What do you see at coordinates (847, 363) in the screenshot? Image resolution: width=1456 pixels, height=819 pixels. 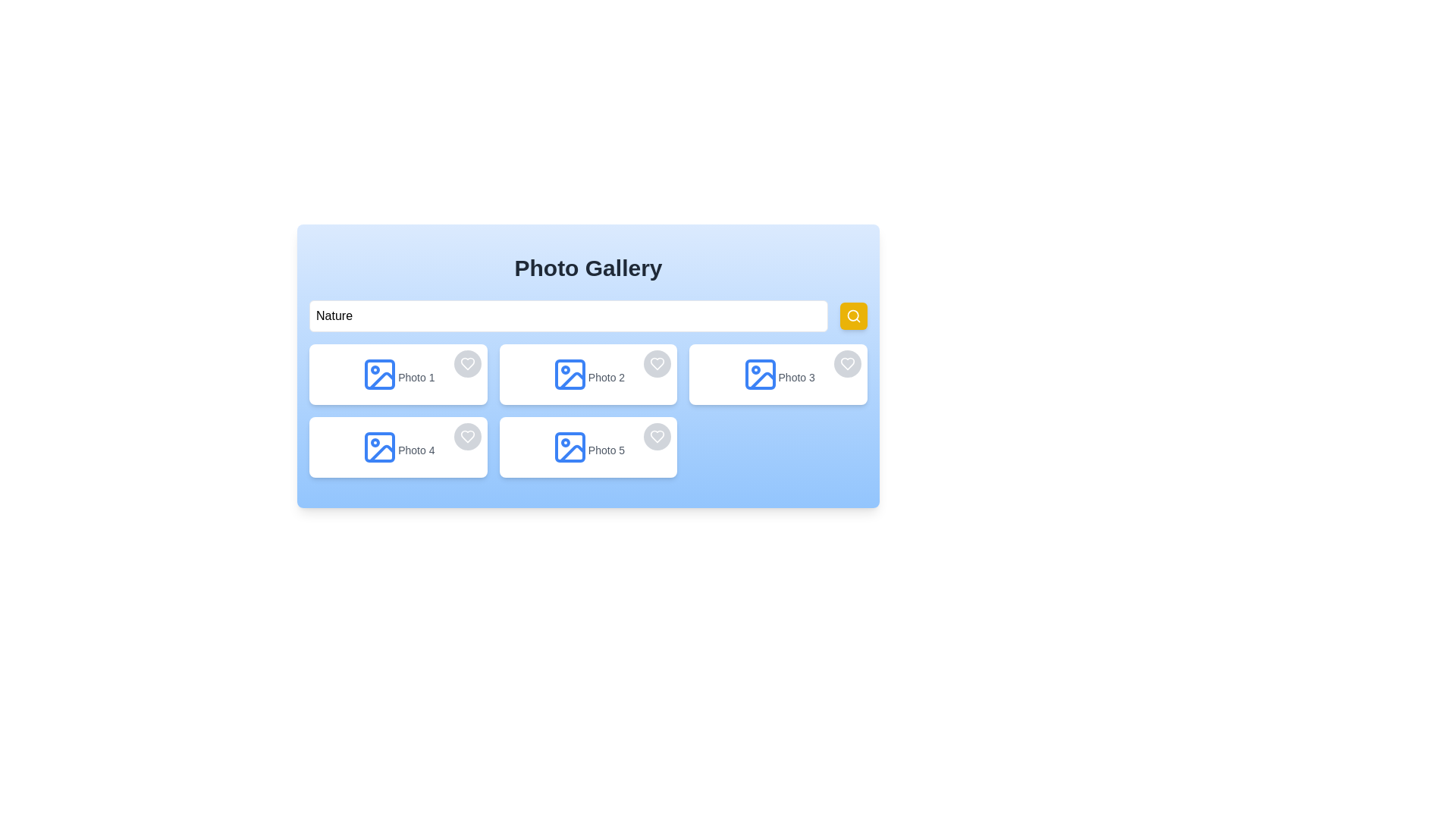 I see `the heart icon in the top-right corner of the card for 'Photo 3' in the photo gallery, which represents a 'like' or 'favorite' feature` at bounding box center [847, 363].